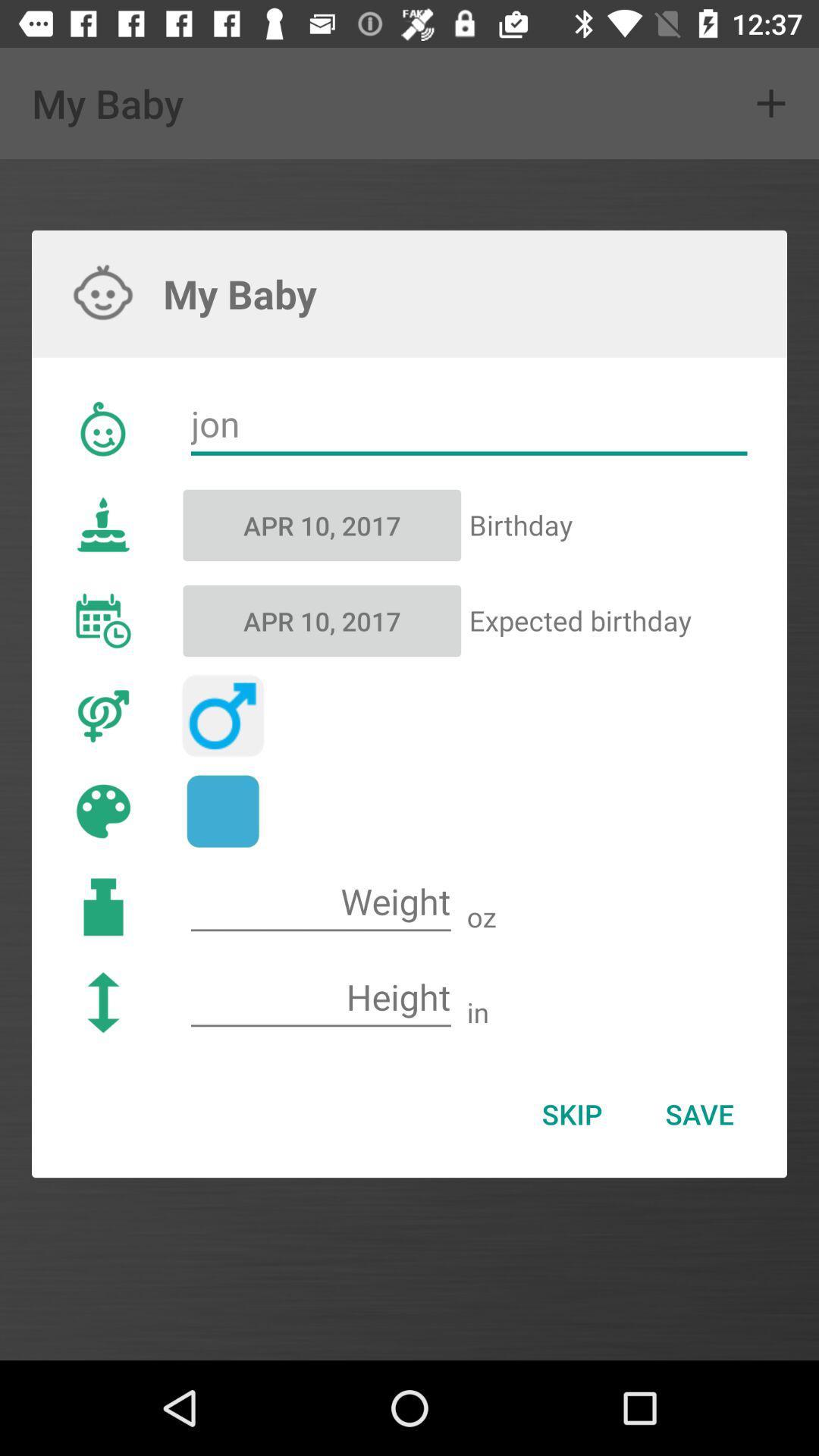 The image size is (819, 1456). What do you see at coordinates (320, 902) in the screenshot?
I see `weight` at bounding box center [320, 902].